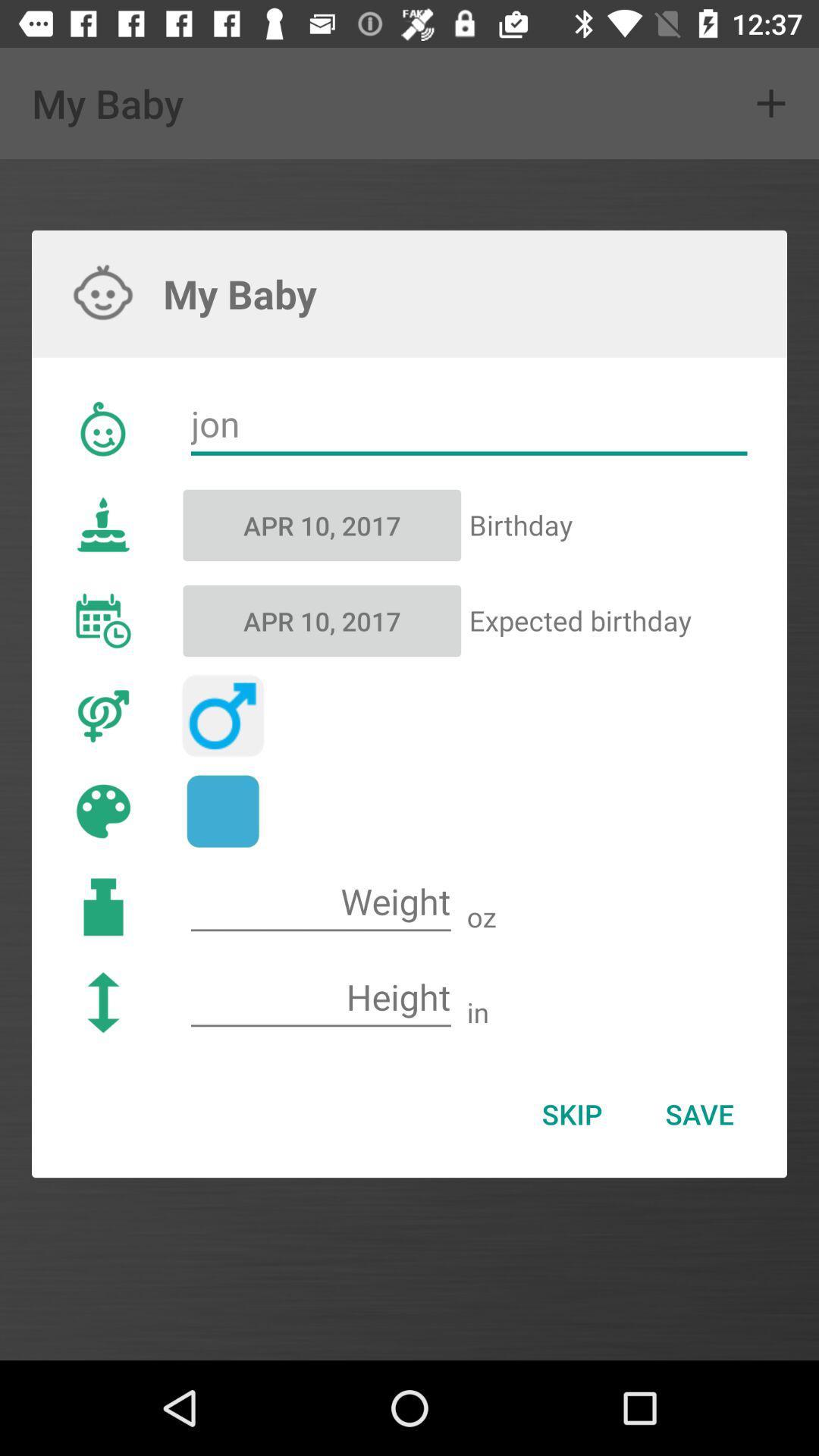 The image size is (819, 1456). What do you see at coordinates (320, 902) in the screenshot?
I see `weight` at bounding box center [320, 902].